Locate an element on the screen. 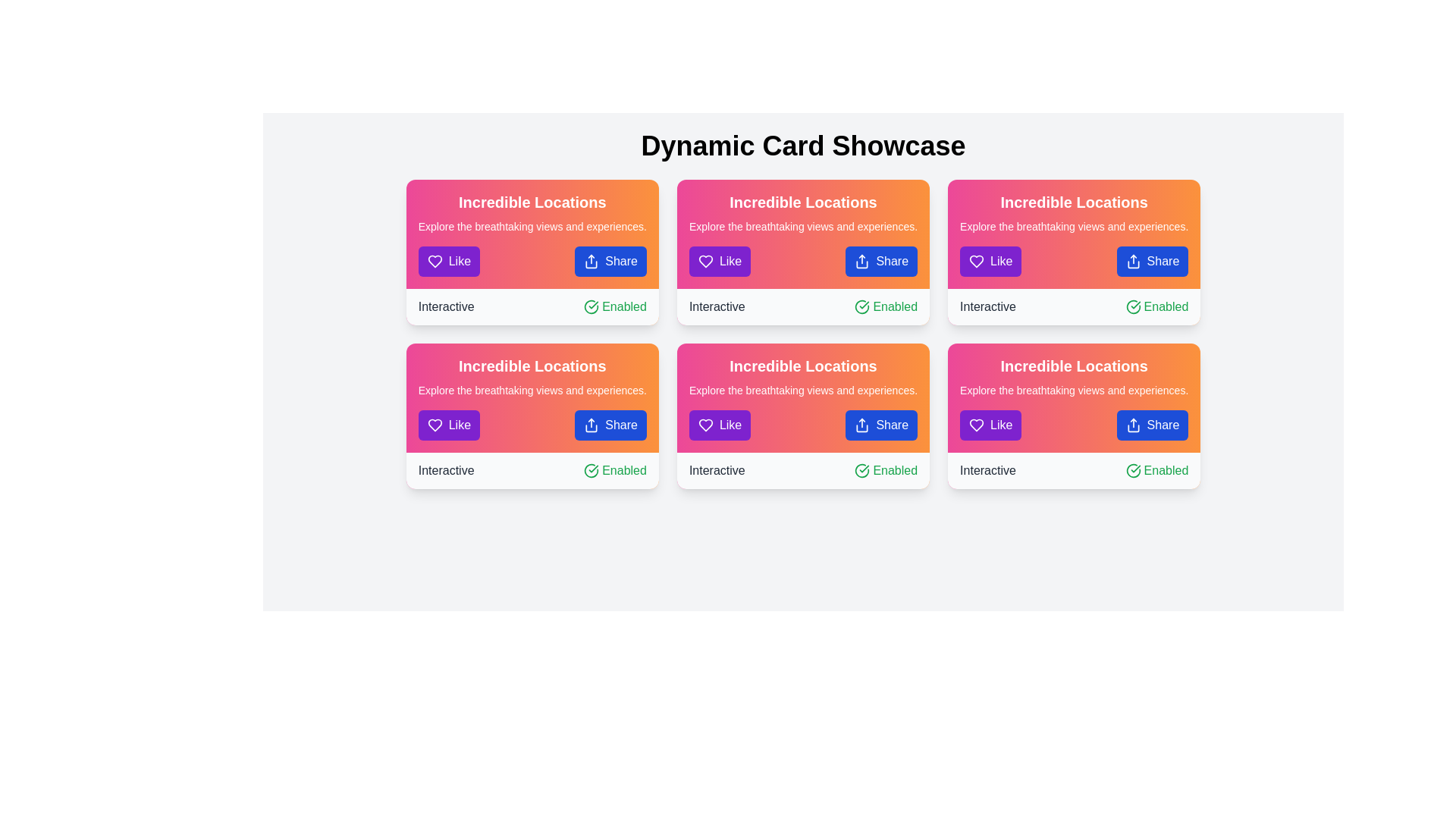 The image size is (1456, 819). the heading 'Incredible Locations', which is styled with a bold, large font and positioned at the top of the second card in the top row of a grid layout is located at coordinates (1073, 201).